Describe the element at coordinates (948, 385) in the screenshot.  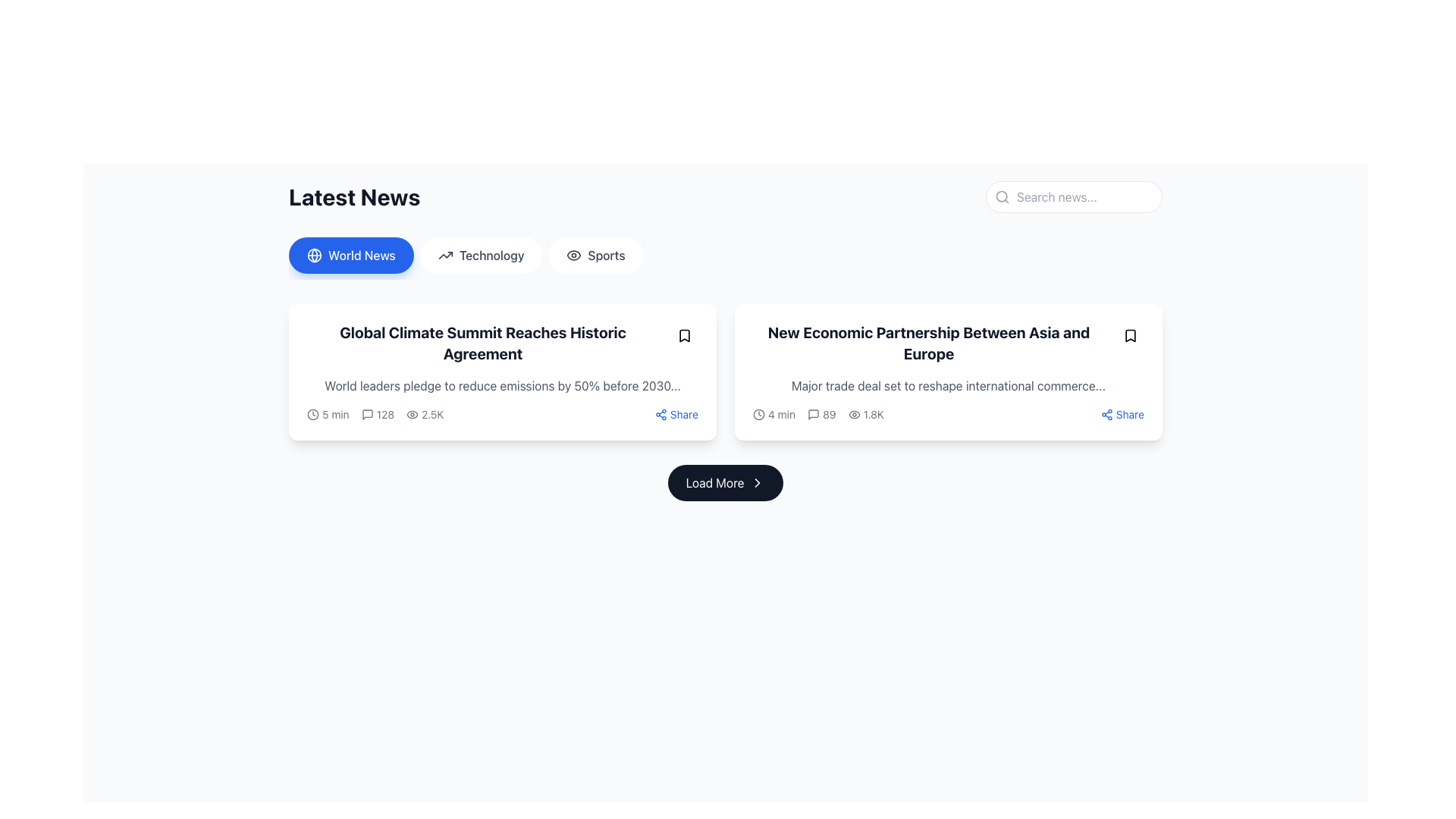
I see `the static text display containing the sentence 'Major trade deal set to reshape international commerce...' which is styled in lighter gray color and positioned below the heading 'New Economic Partnership Between Asia and Europe'` at that location.